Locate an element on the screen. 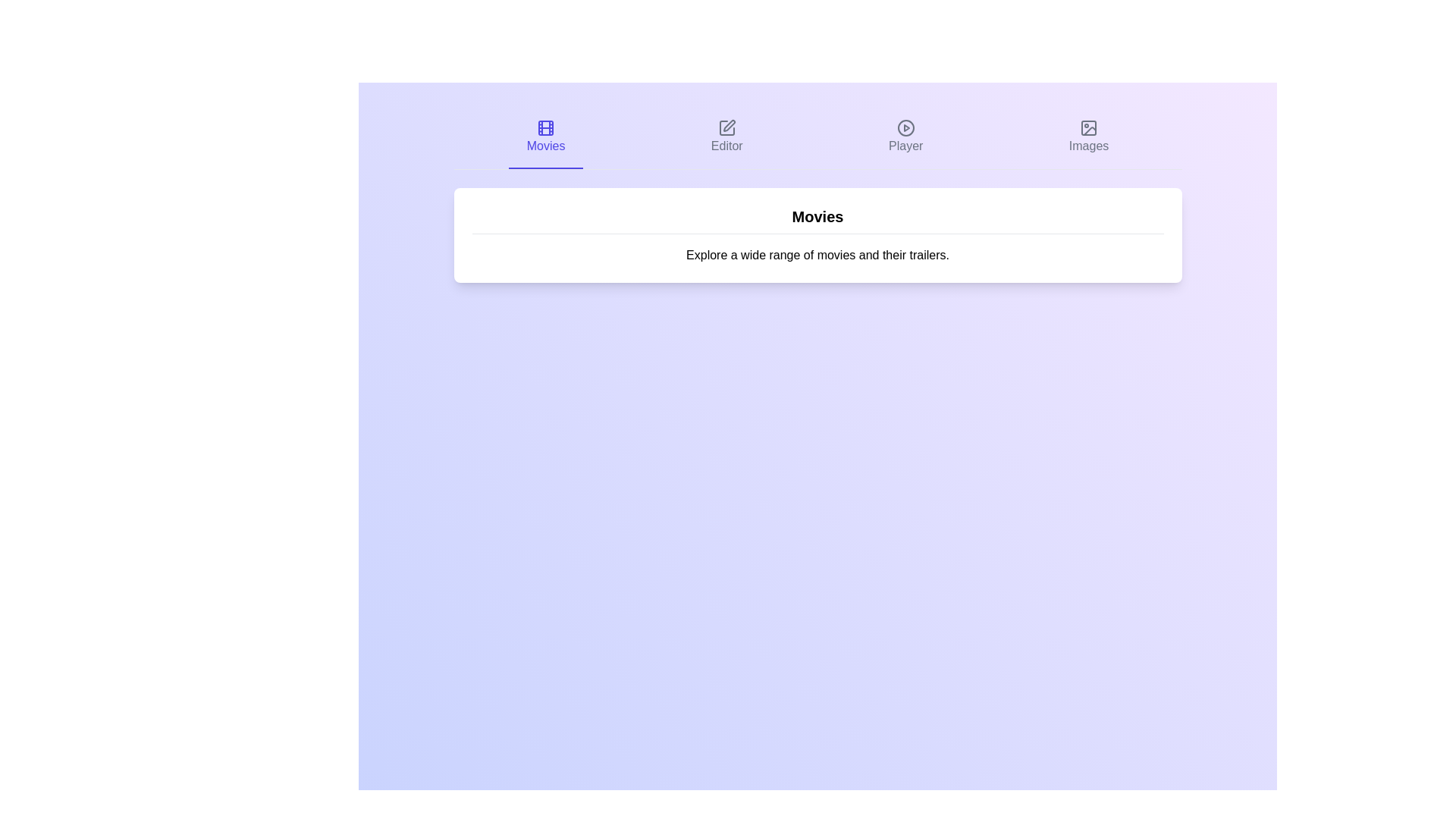 This screenshot has height=819, width=1456. the Movies tab by clicking on it is located at coordinates (546, 137).